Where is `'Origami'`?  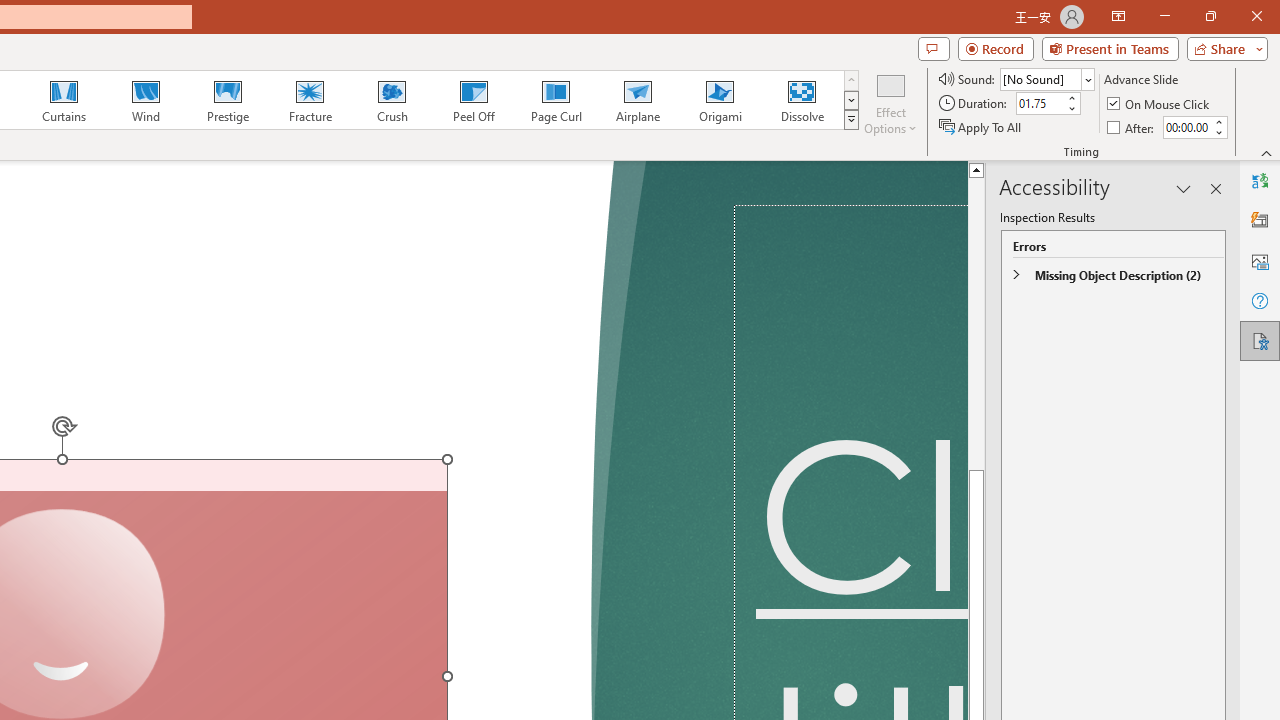 'Origami' is located at coordinates (720, 100).